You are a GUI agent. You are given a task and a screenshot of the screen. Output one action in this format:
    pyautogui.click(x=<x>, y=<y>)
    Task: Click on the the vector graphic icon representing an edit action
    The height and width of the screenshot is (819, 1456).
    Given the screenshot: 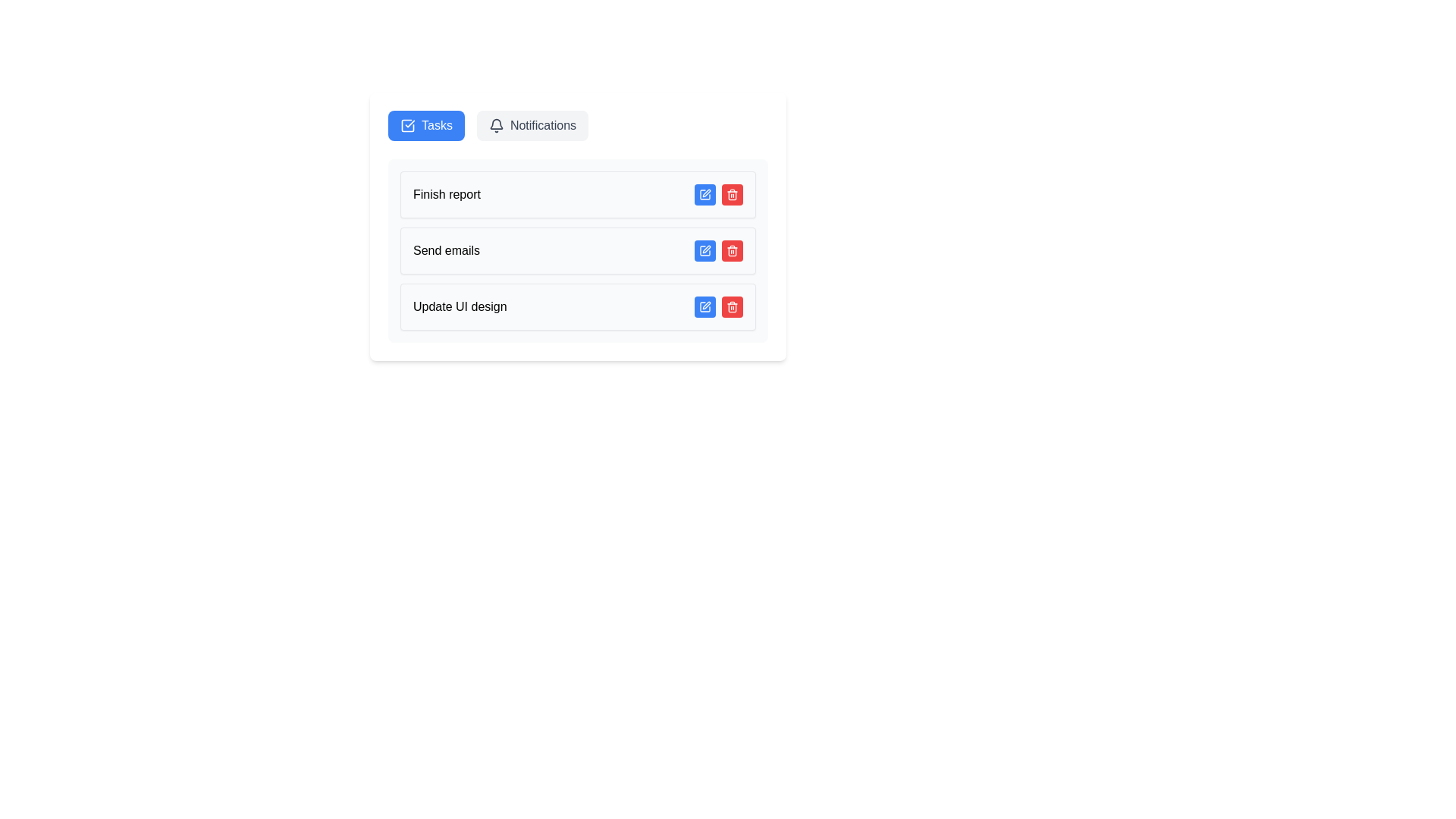 What is the action you would take?
    pyautogui.click(x=704, y=250)
    